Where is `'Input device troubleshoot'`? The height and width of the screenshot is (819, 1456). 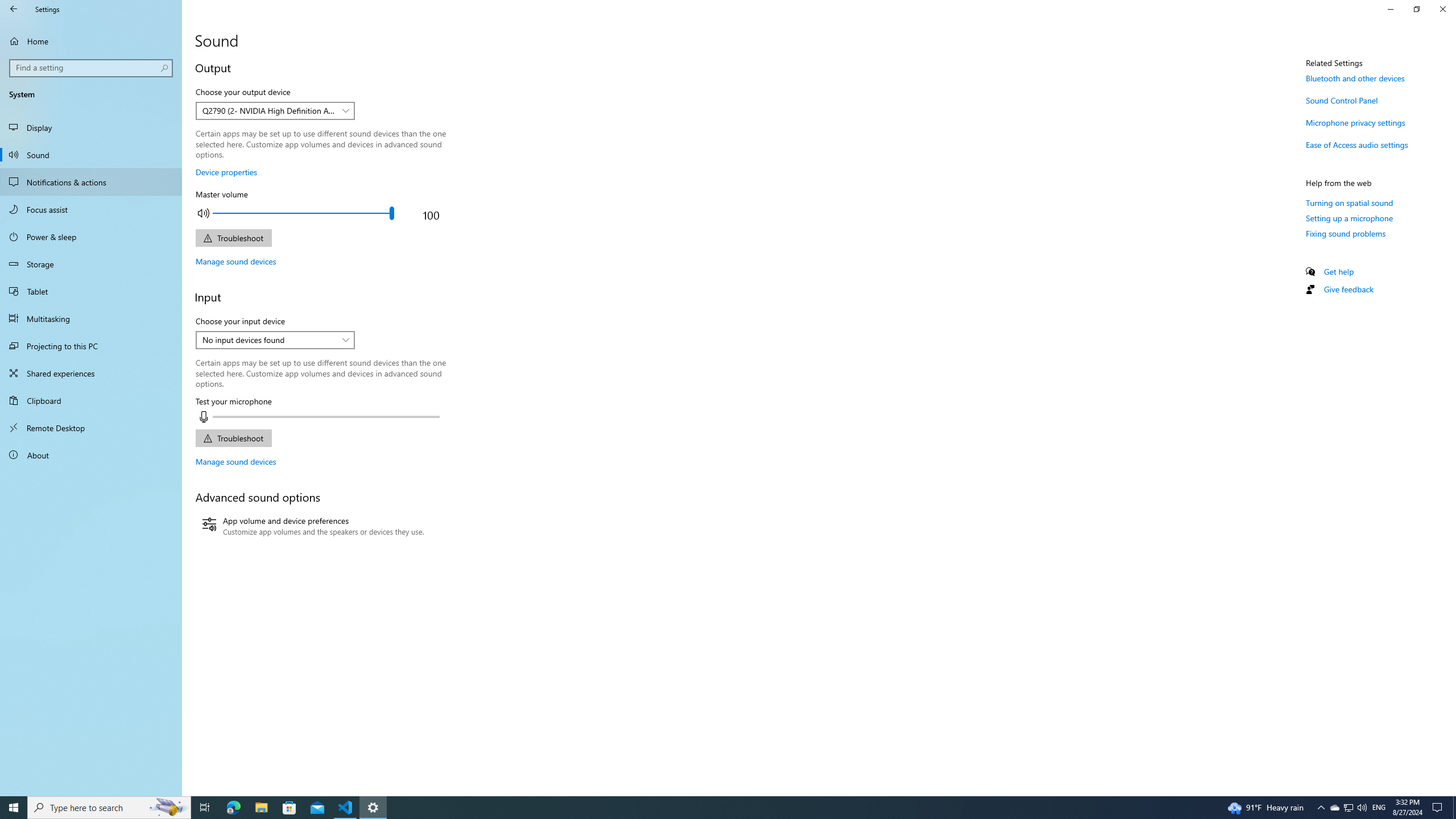
'Input device troubleshoot' is located at coordinates (233, 437).